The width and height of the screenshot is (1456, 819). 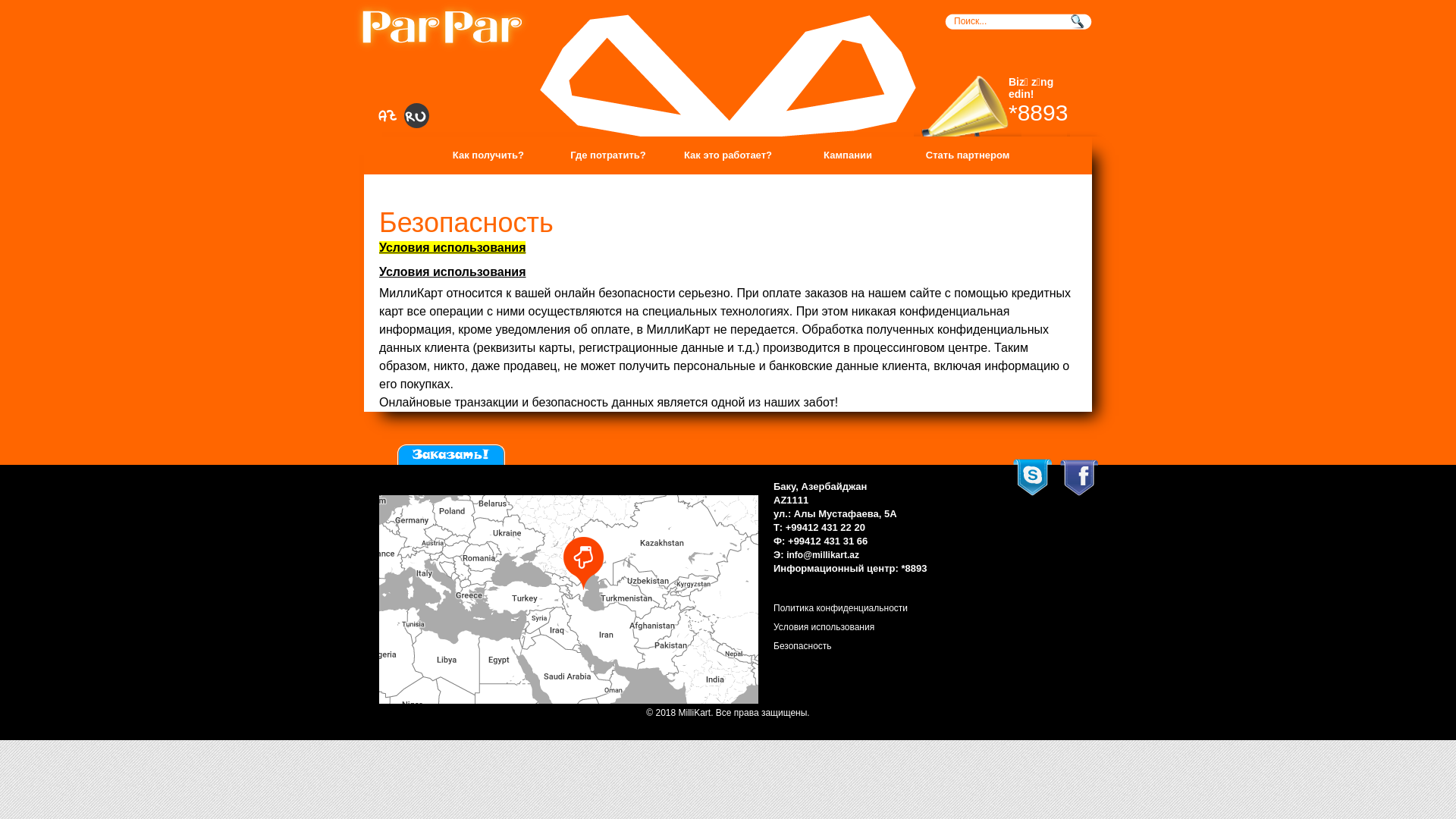 What do you see at coordinates (1031, 476) in the screenshot?
I see `'Skype'` at bounding box center [1031, 476].